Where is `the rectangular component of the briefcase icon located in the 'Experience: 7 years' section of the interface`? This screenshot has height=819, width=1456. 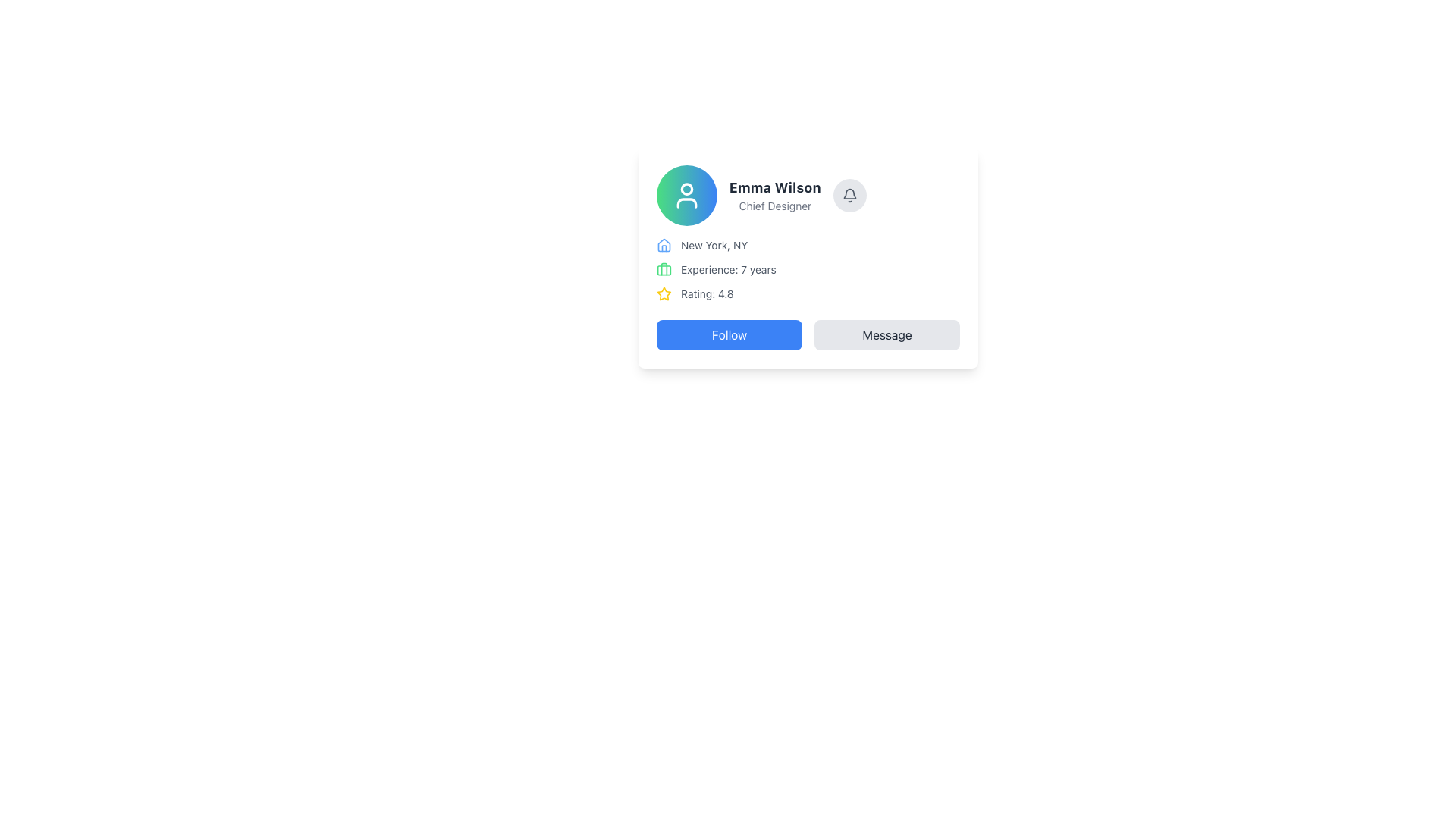 the rectangular component of the briefcase icon located in the 'Experience: 7 years' section of the interface is located at coordinates (664, 268).